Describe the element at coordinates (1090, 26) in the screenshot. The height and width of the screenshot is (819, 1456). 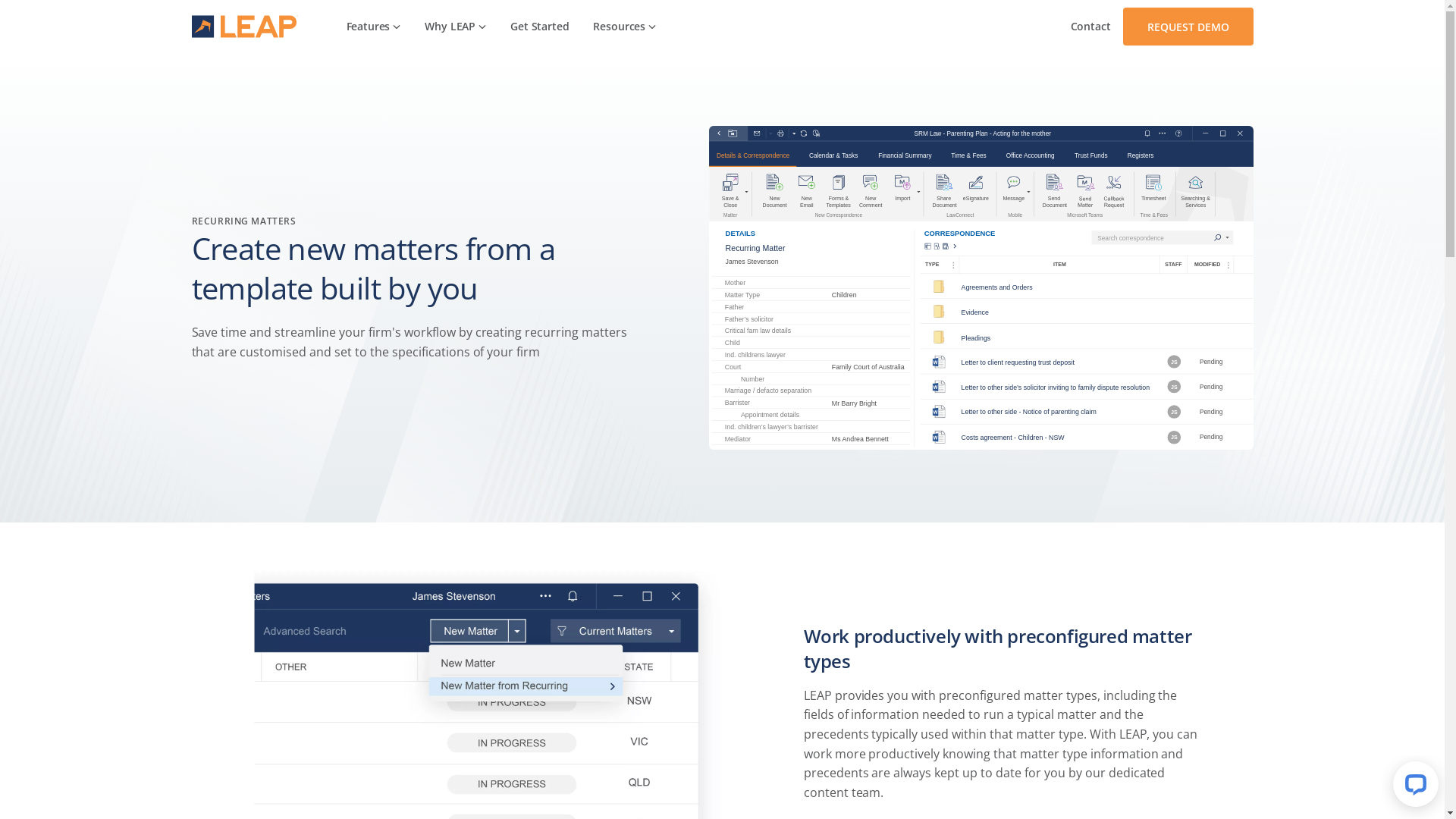
I see `'Contact'` at that location.